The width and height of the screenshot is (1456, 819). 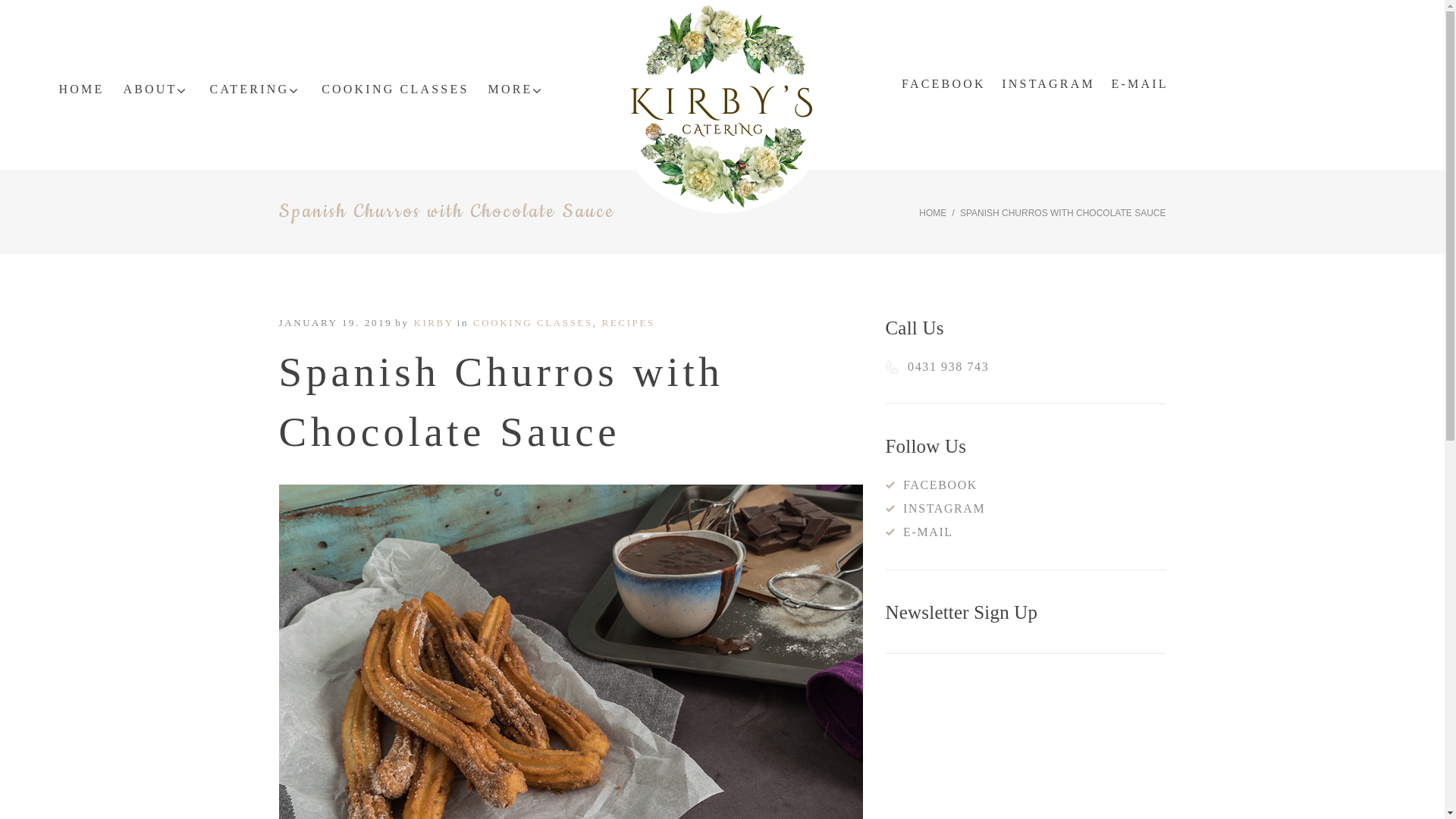 What do you see at coordinates (156, 89) in the screenshot?
I see `'ABOUT'` at bounding box center [156, 89].